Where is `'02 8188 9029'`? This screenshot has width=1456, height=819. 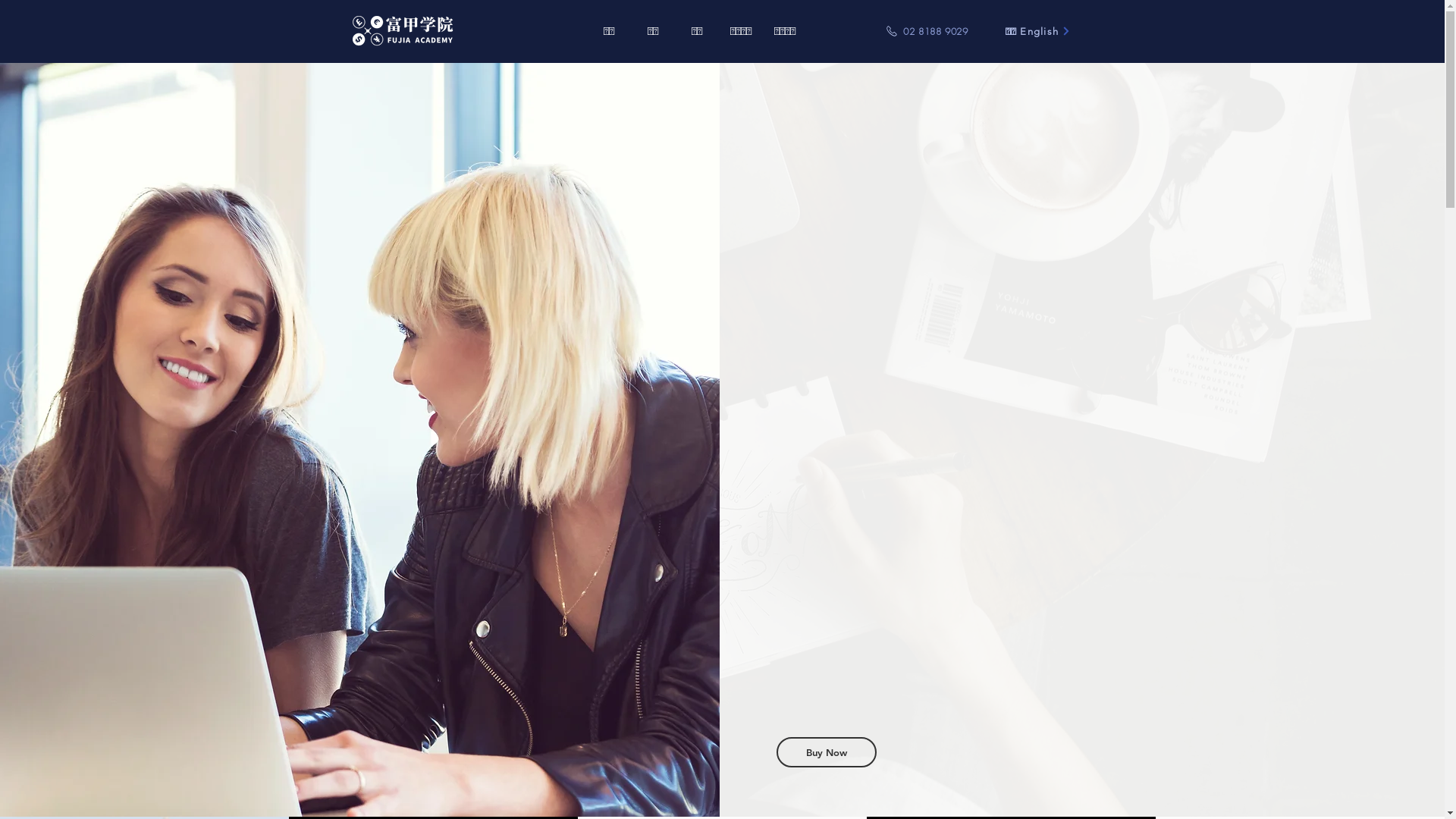
'02 8188 9029' is located at coordinates (926, 31).